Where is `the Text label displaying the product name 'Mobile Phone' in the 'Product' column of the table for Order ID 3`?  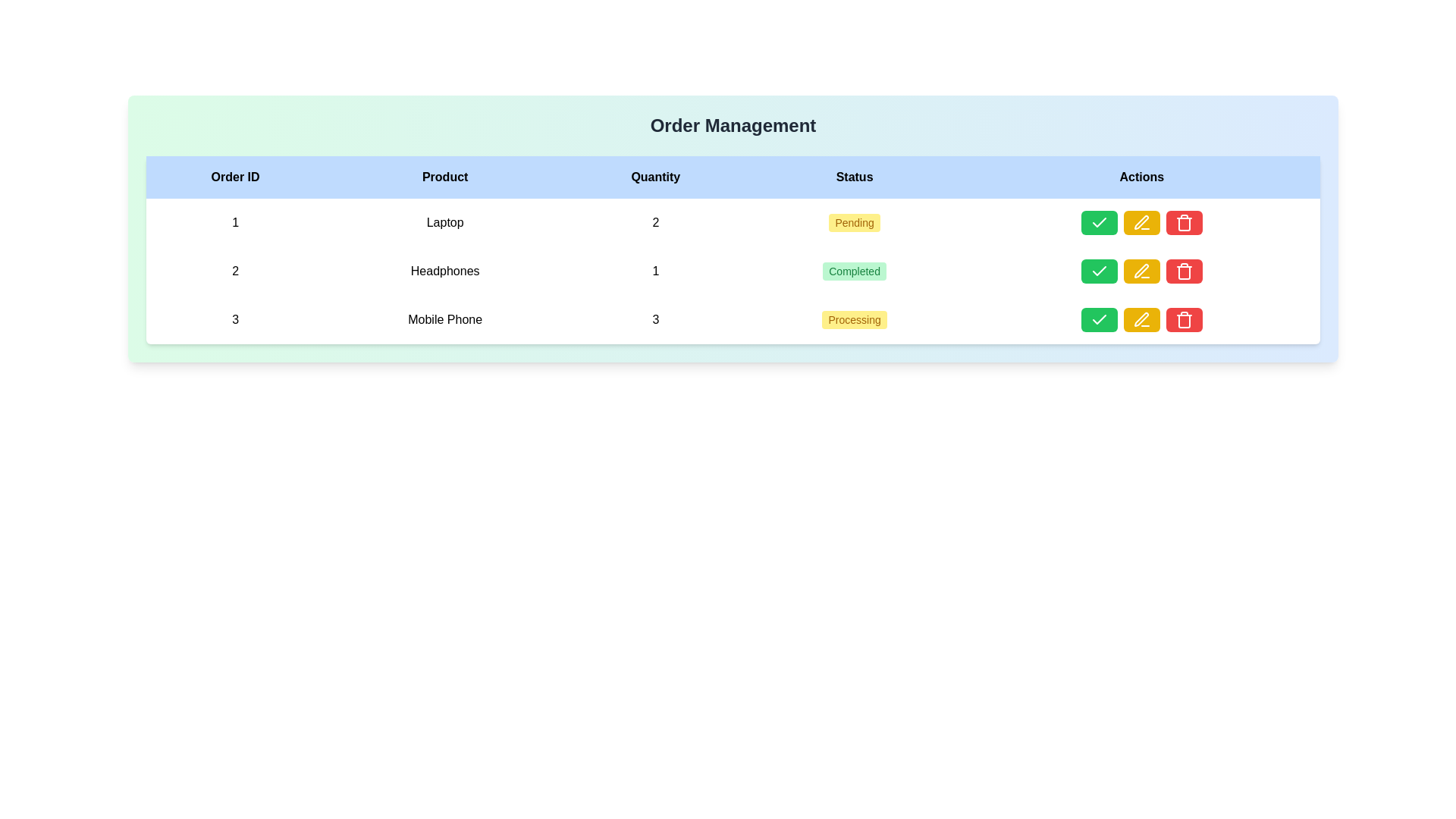 the Text label displaying the product name 'Mobile Phone' in the 'Product' column of the table for Order ID 3 is located at coordinates (444, 318).